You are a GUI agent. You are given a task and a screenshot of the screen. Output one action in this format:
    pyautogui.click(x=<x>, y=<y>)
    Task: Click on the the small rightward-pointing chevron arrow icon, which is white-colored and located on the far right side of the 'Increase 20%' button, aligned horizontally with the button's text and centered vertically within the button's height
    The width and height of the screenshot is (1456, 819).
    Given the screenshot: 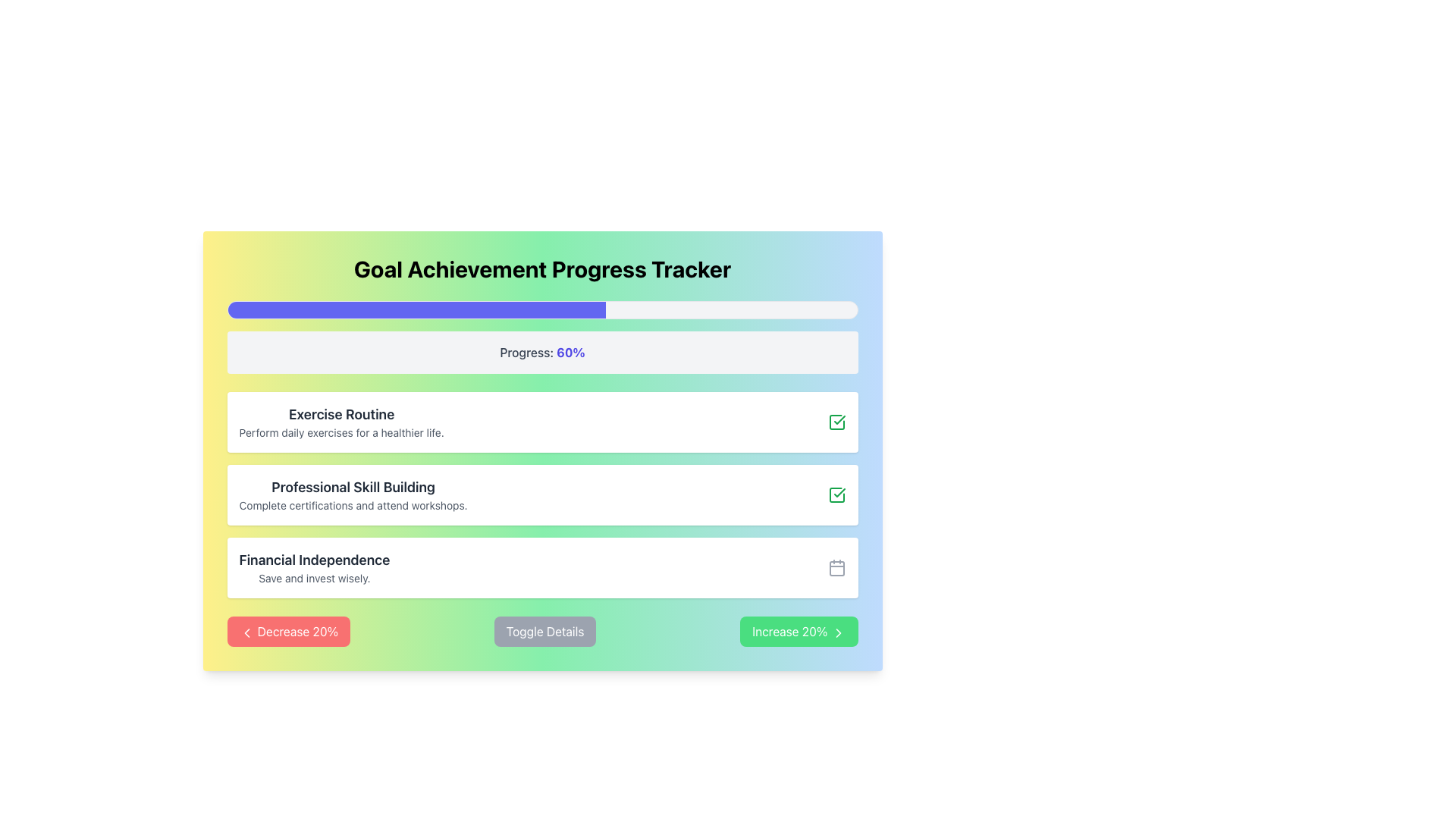 What is the action you would take?
    pyautogui.click(x=837, y=632)
    